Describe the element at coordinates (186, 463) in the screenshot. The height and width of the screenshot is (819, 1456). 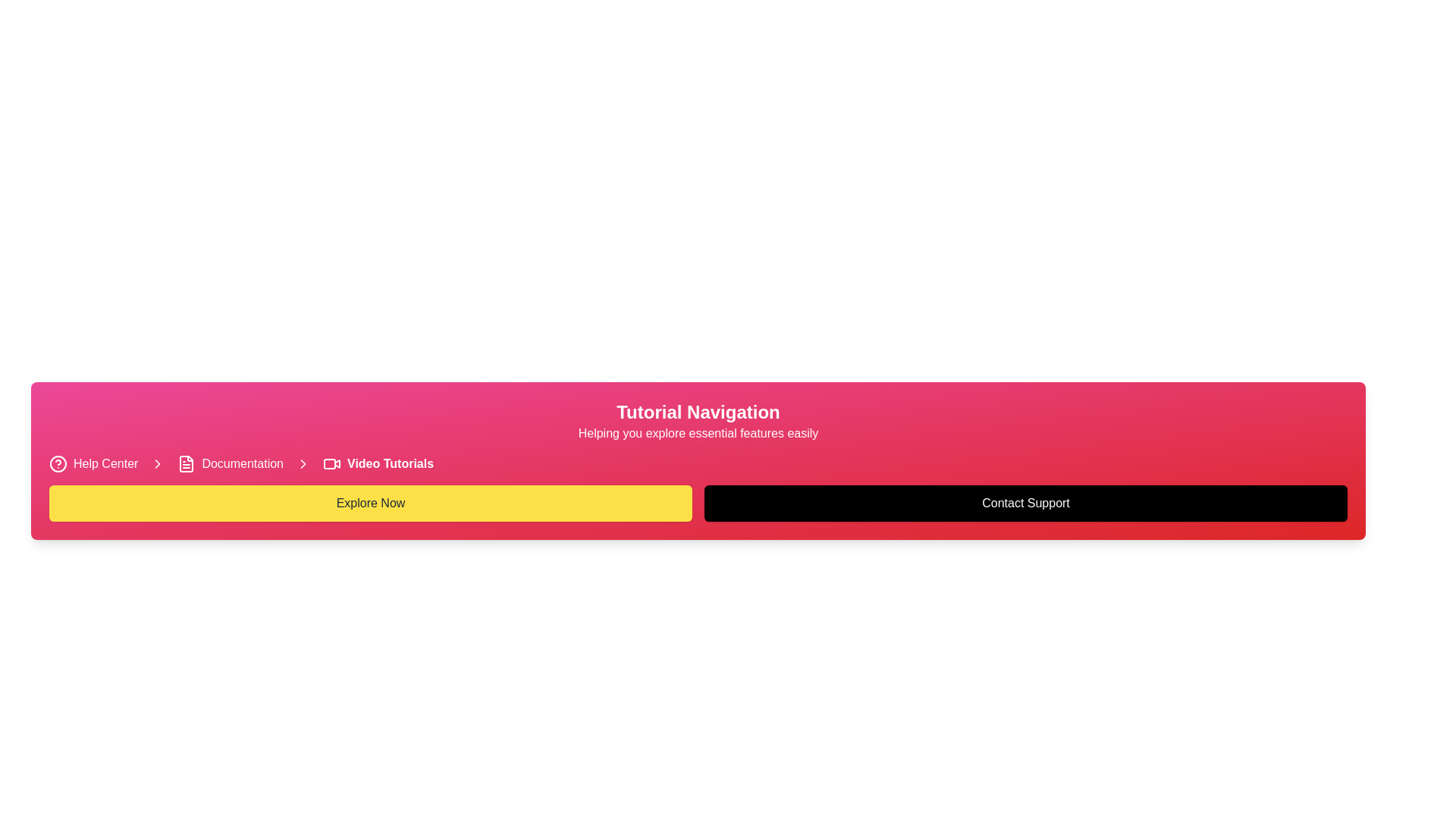
I see `the document symbol icon in the breadcrumb navigation bar, which is the second icon from the left and precedes the 'Documentation' label` at that location.